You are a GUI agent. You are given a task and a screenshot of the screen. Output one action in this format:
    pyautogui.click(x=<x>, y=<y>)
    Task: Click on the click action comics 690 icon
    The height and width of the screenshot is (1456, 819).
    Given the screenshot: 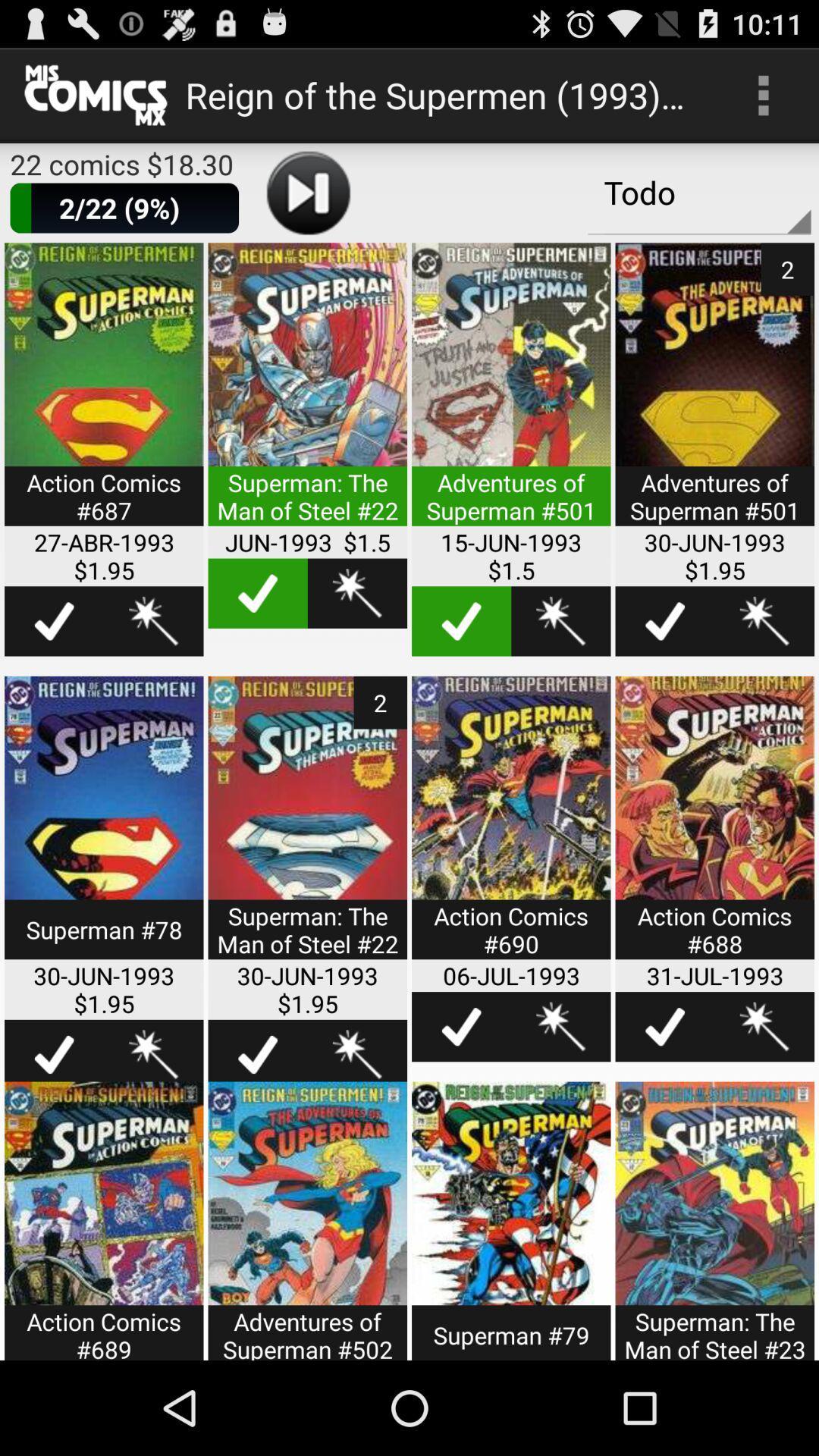 What is the action you would take?
    pyautogui.click(x=511, y=827)
    